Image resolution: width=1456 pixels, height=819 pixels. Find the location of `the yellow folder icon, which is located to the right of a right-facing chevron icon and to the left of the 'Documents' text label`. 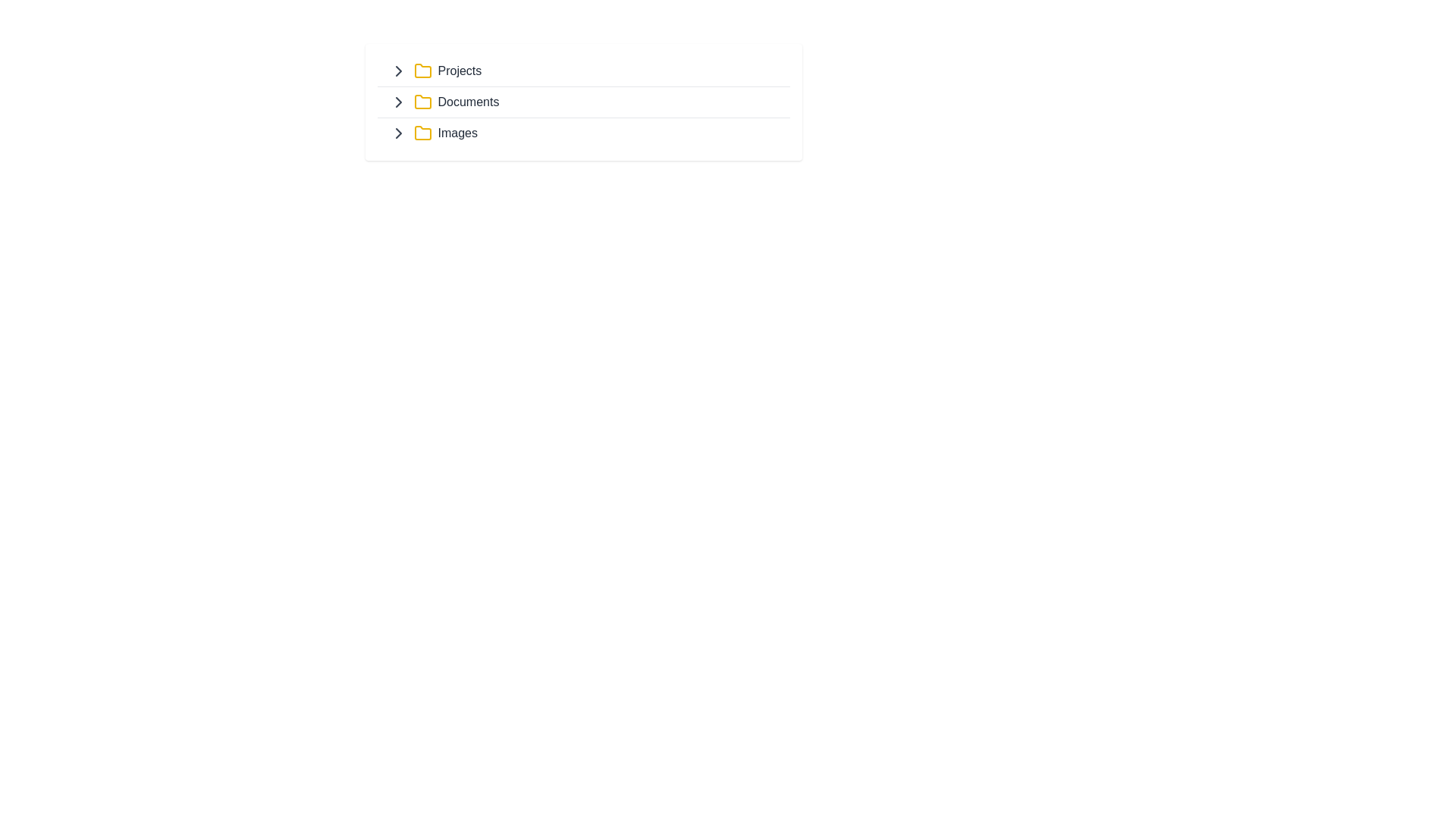

the yellow folder icon, which is located to the right of a right-facing chevron icon and to the left of the 'Documents' text label is located at coordinates (422, 102).